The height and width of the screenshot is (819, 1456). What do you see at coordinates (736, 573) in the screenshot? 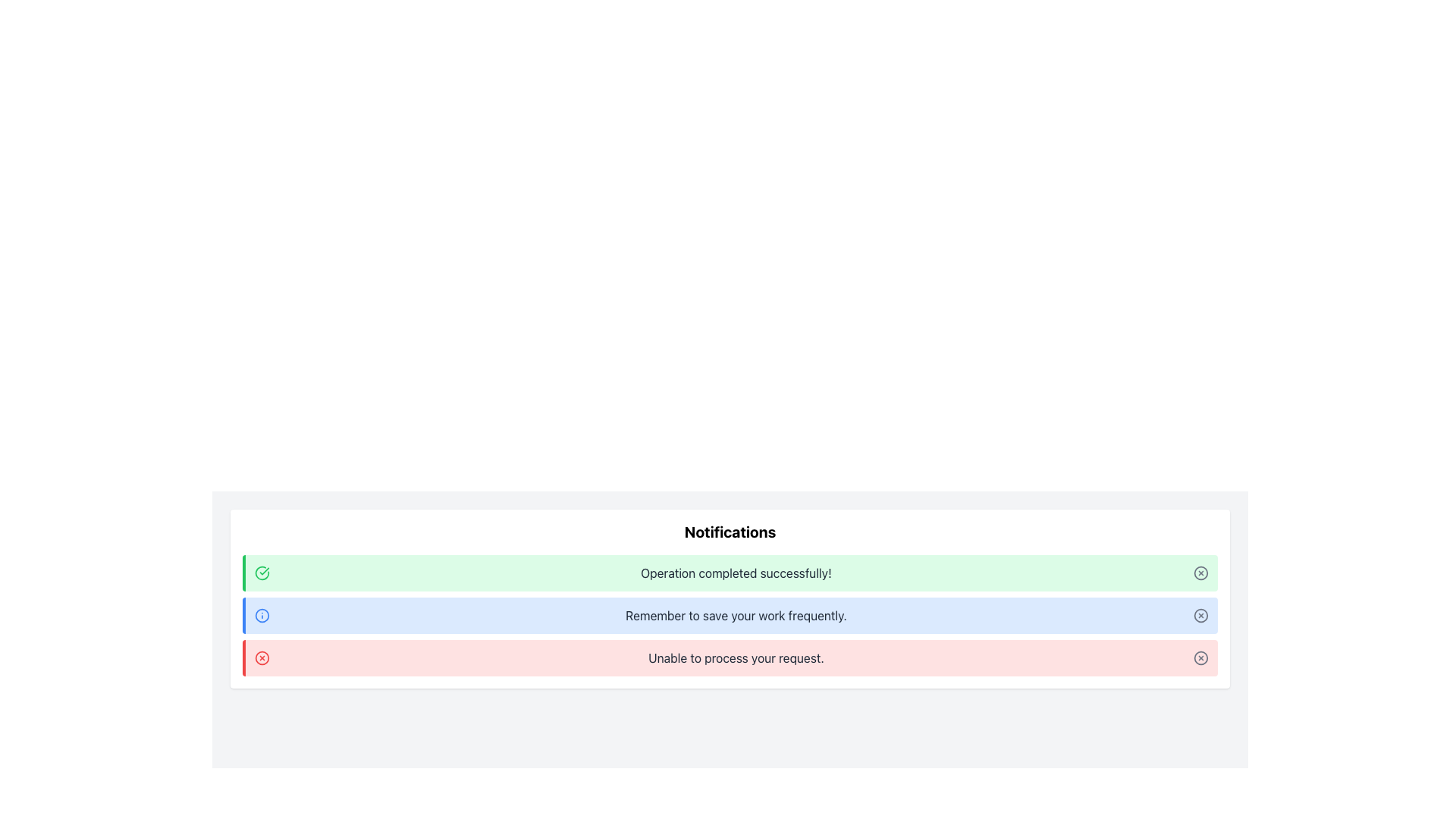
I see `the positive feedback notification text label located in the uppermost notification section, which is centered horizontally on a green background` at bounding box center [736, 573].